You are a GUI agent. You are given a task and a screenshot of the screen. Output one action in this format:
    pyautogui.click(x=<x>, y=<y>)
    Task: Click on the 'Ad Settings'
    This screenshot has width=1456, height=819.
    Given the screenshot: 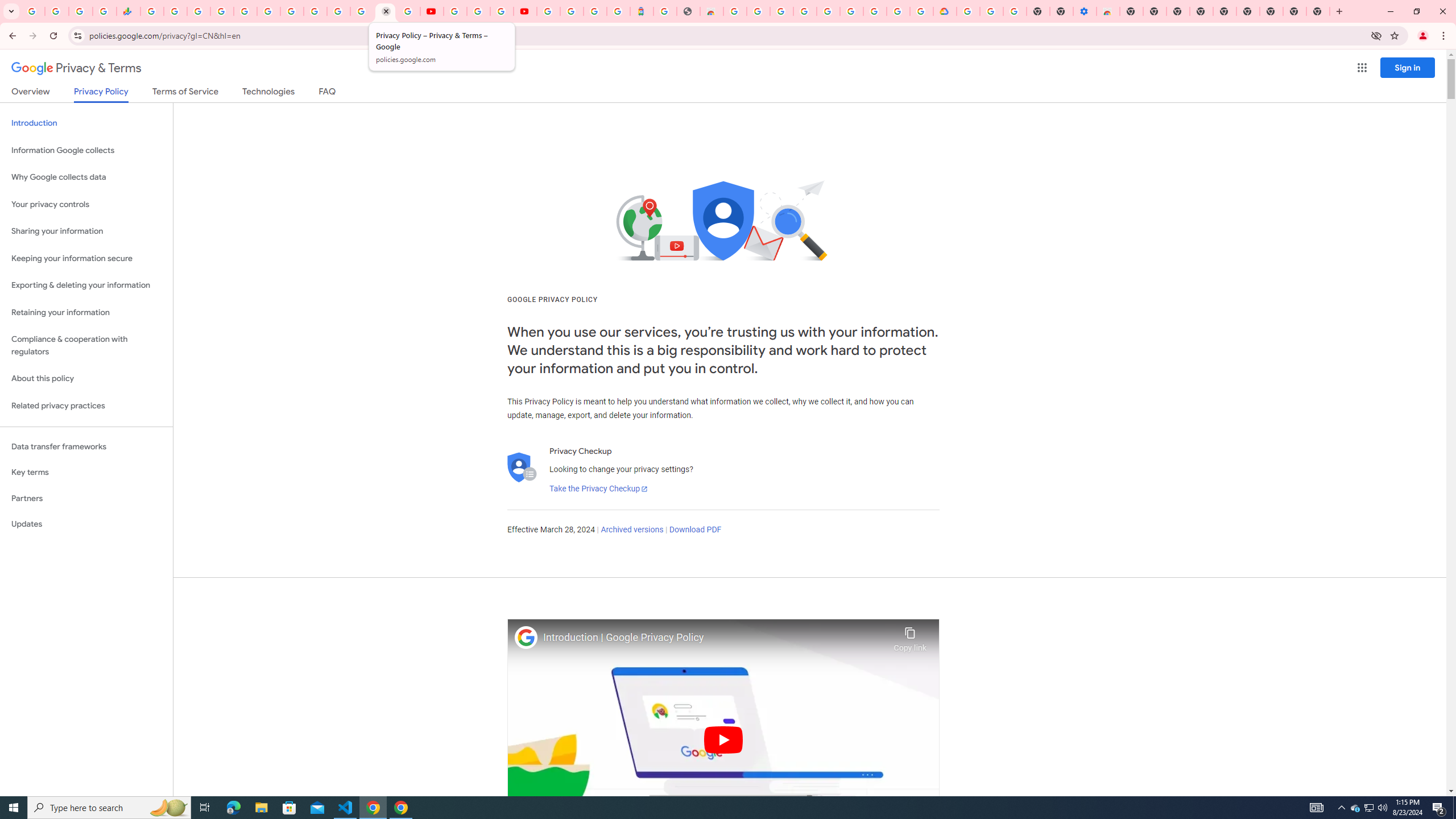 What is the action you would take?
    pyautogui.click(x=804, y=11)
    